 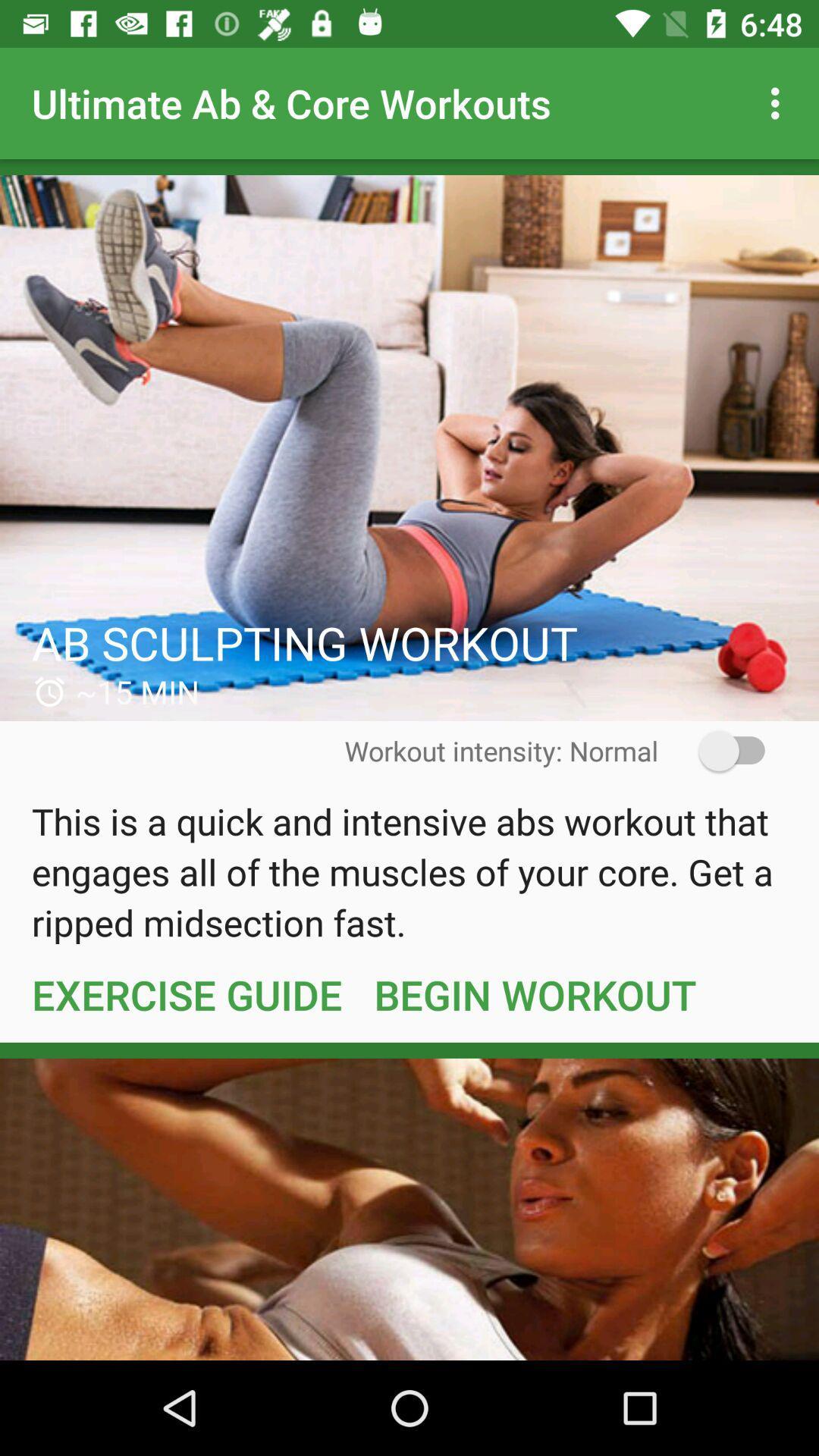 I want to click on icon next to the begin workout icon, so click(x=186, y=994).